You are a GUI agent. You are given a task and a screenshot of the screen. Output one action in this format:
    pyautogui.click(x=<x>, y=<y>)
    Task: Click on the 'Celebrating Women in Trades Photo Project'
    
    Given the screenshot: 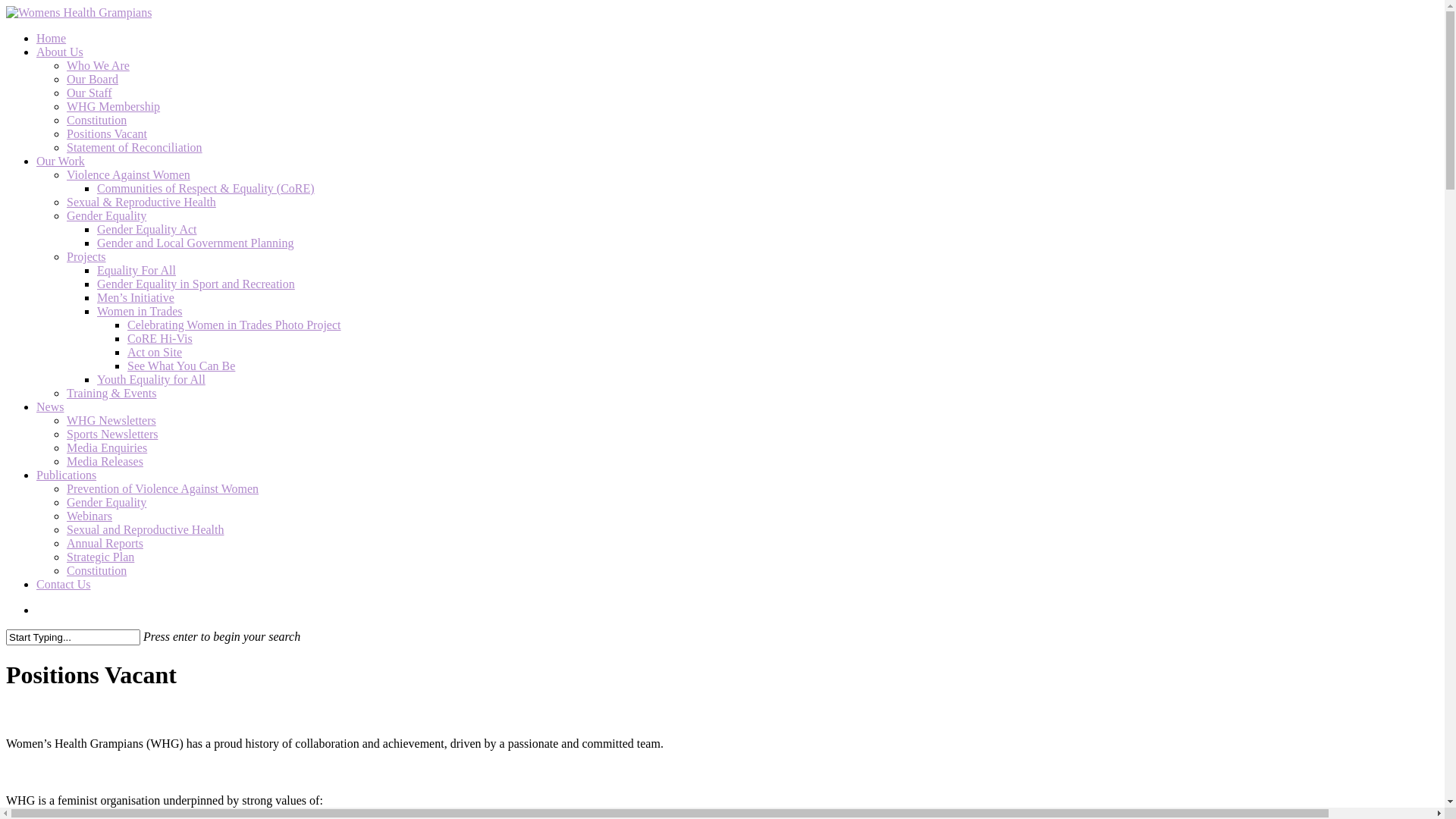 What is the action you would take?
    pyautogui.click(x=233, y=324)
    